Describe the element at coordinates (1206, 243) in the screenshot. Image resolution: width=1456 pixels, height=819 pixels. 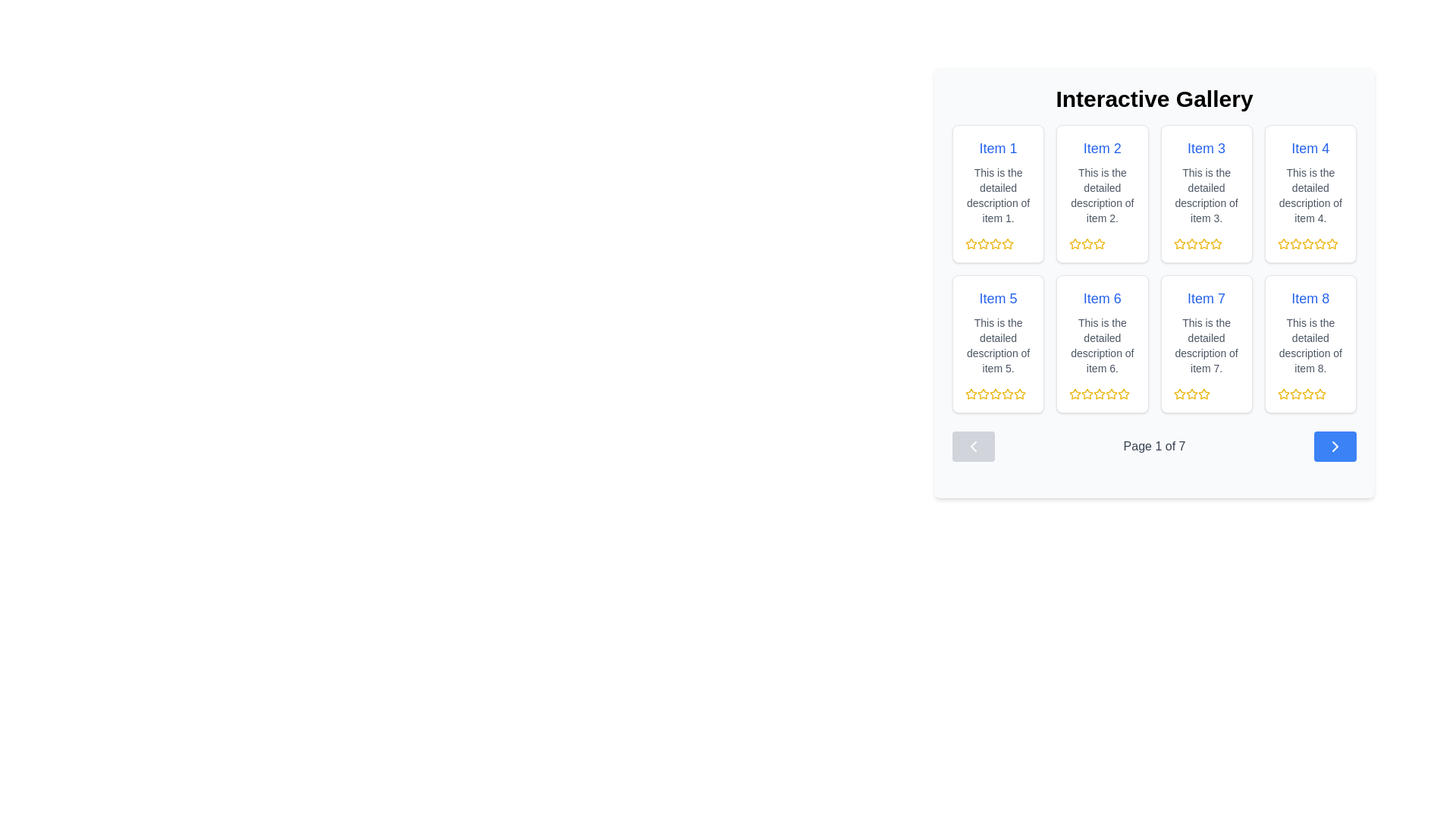
I see `the individual yellow star icon in the Rating component located below the text description 'This is the detailed description of item 3.' in the third card of the 'Interactive Gallery.'` at that location.